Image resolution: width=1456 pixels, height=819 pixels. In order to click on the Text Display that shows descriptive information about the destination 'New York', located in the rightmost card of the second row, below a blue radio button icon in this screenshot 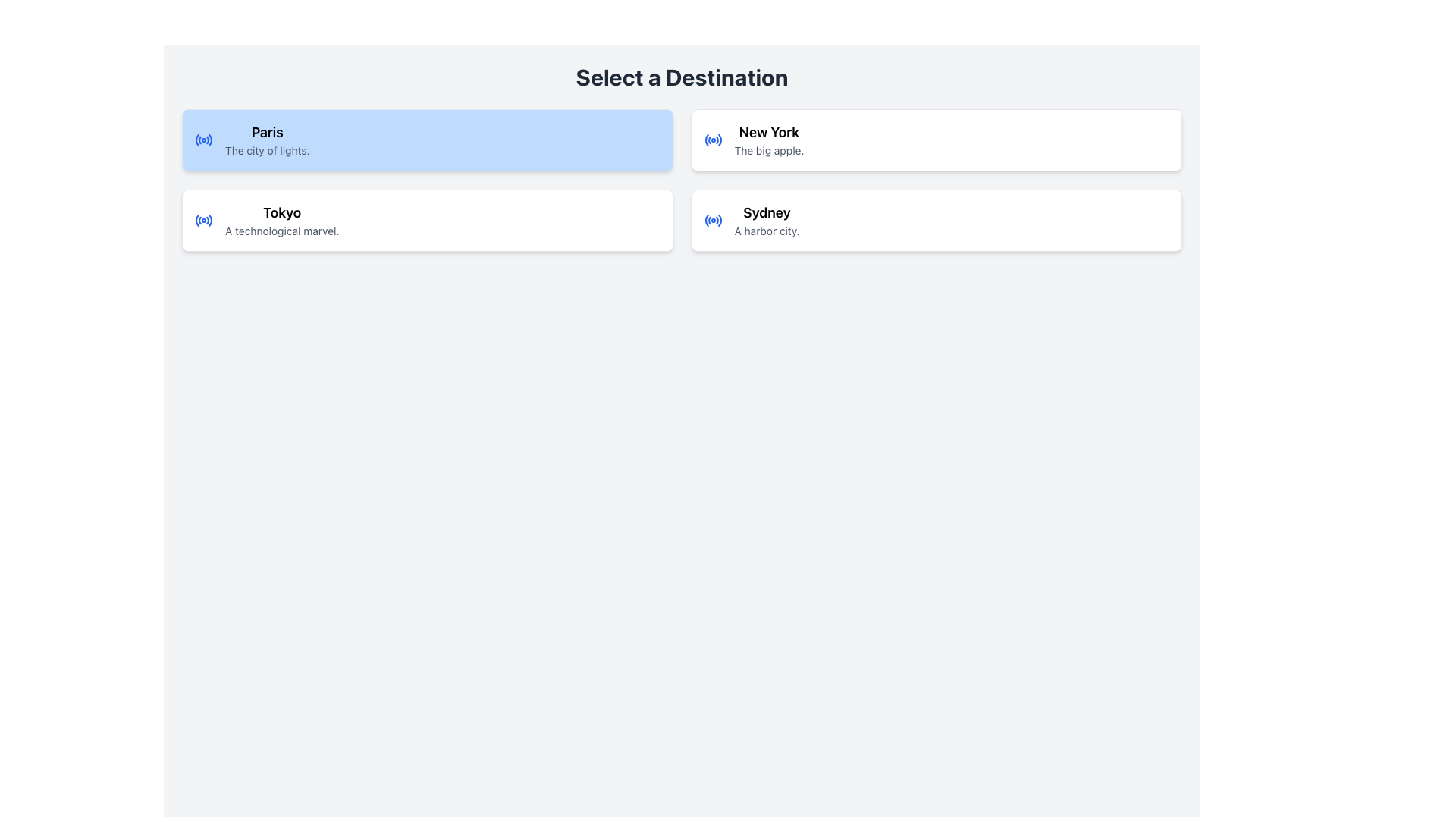, I will do `click(769, 140)`.